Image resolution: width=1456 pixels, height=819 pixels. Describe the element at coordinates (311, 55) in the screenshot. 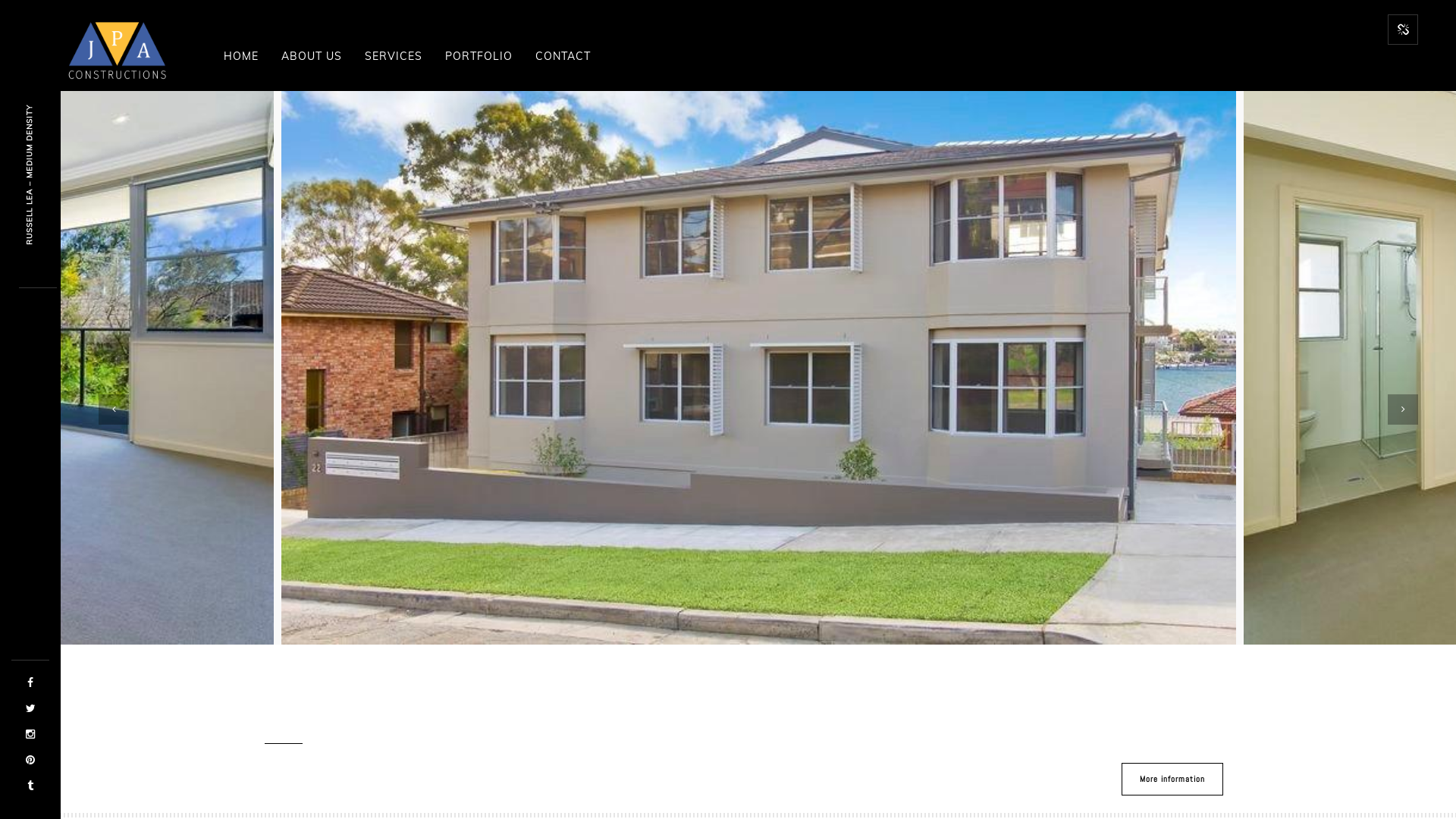

I see `'ABOUT US'` at that location.